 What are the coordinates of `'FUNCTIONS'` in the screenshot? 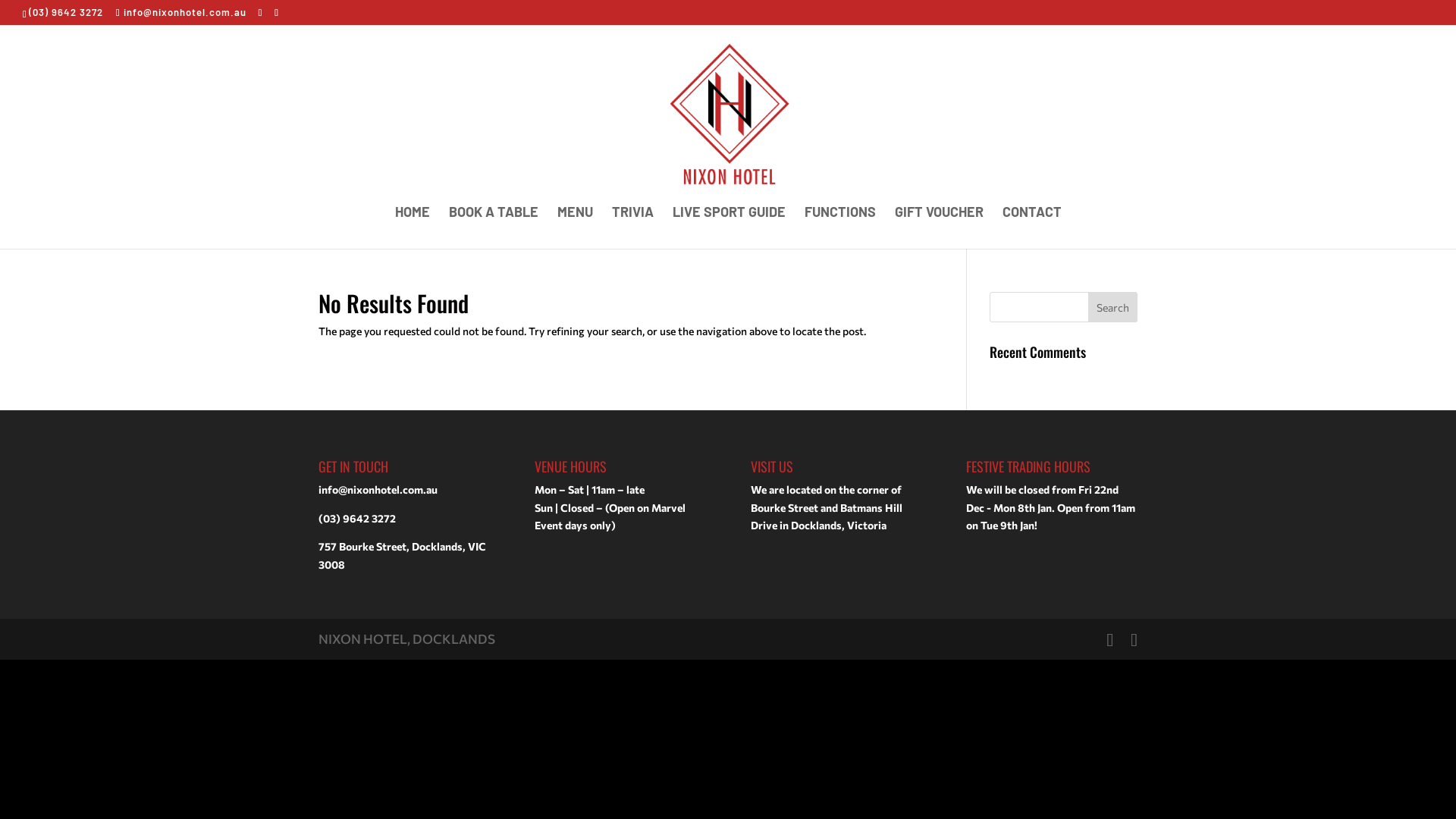 It's located at (839, 227).